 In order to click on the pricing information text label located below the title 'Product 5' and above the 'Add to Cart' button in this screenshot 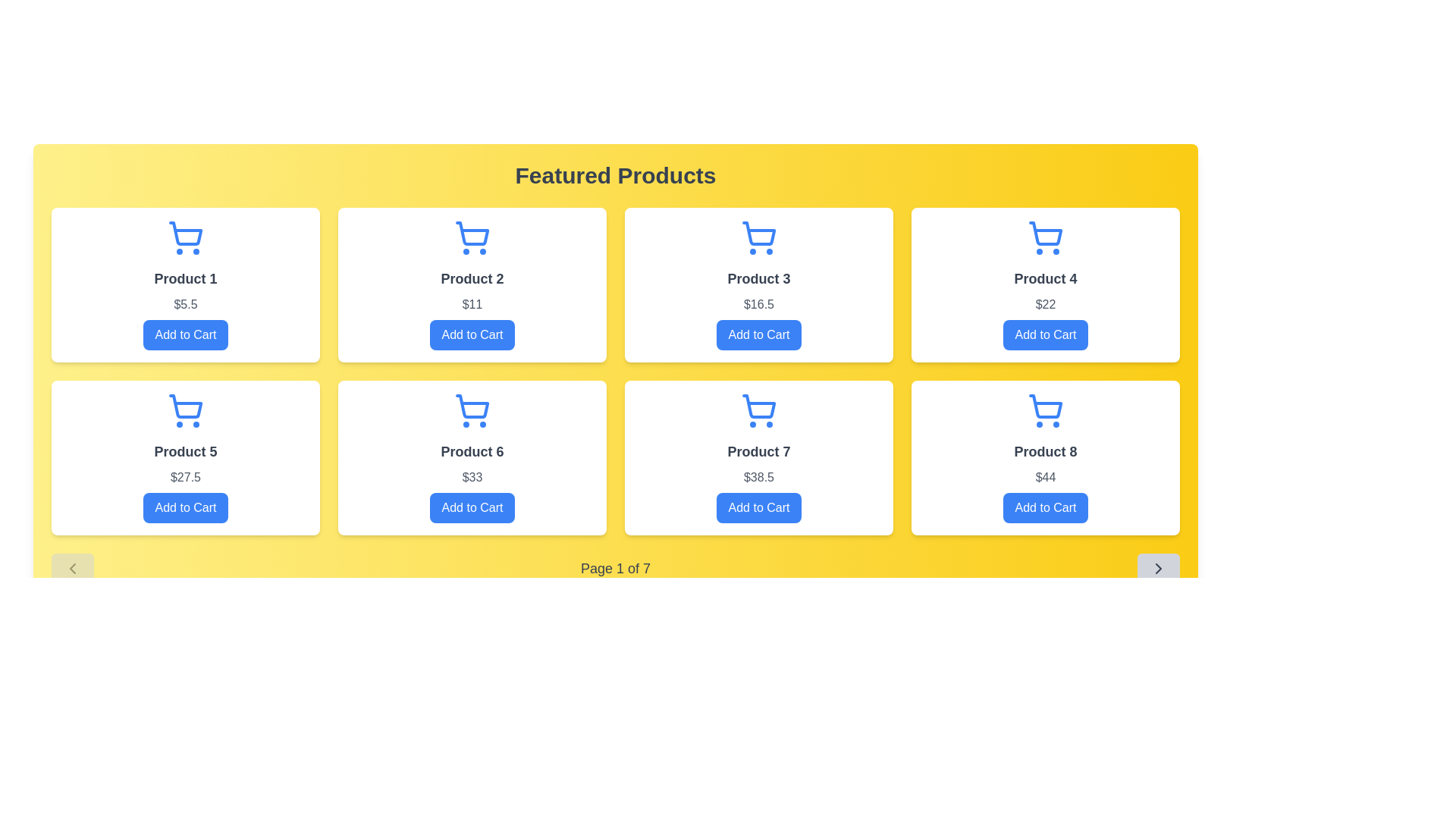, I will do `click(184, 476)`.